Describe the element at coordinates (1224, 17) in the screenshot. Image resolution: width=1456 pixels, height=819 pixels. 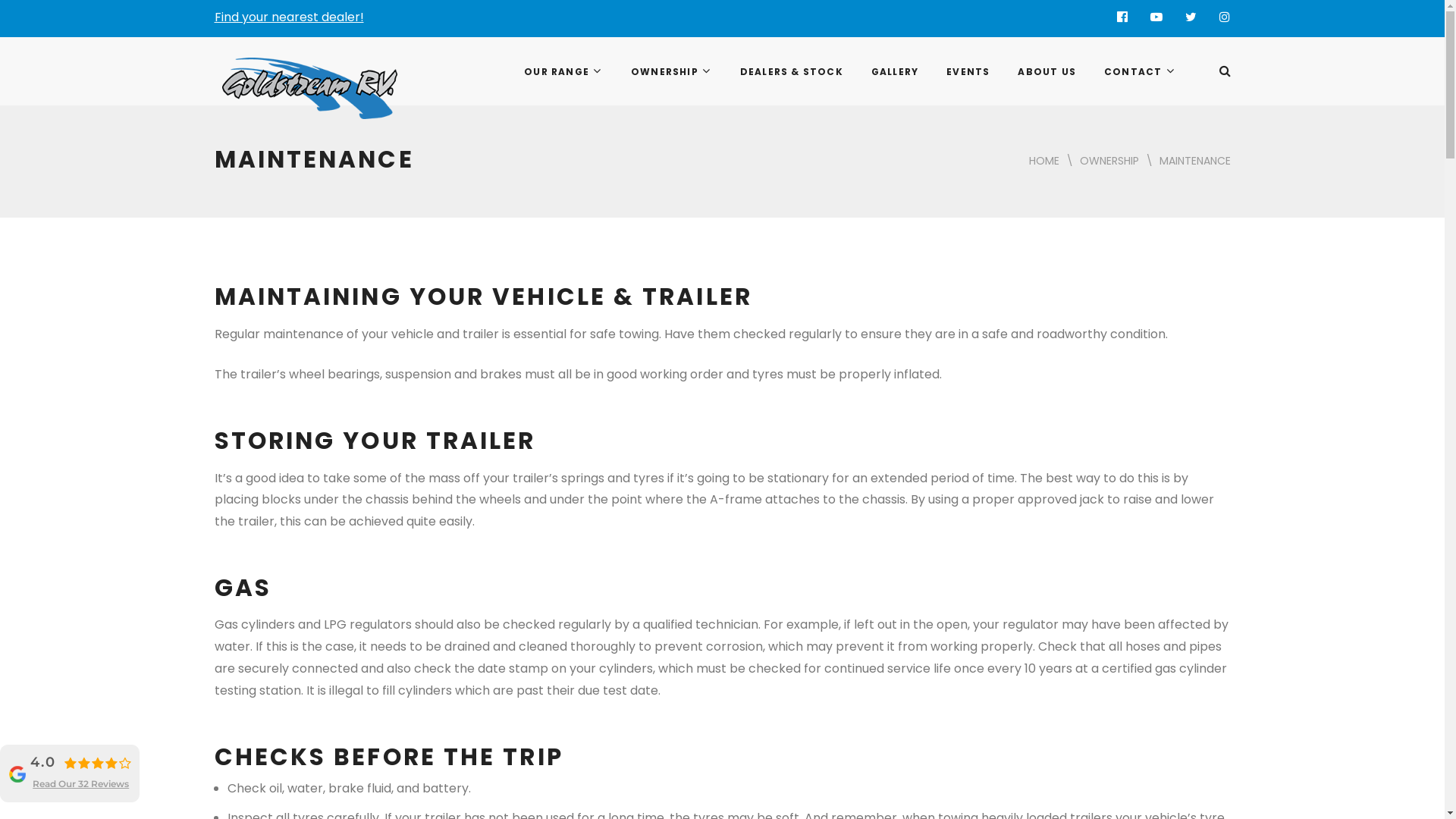
I see `'Instagram'` at that location.